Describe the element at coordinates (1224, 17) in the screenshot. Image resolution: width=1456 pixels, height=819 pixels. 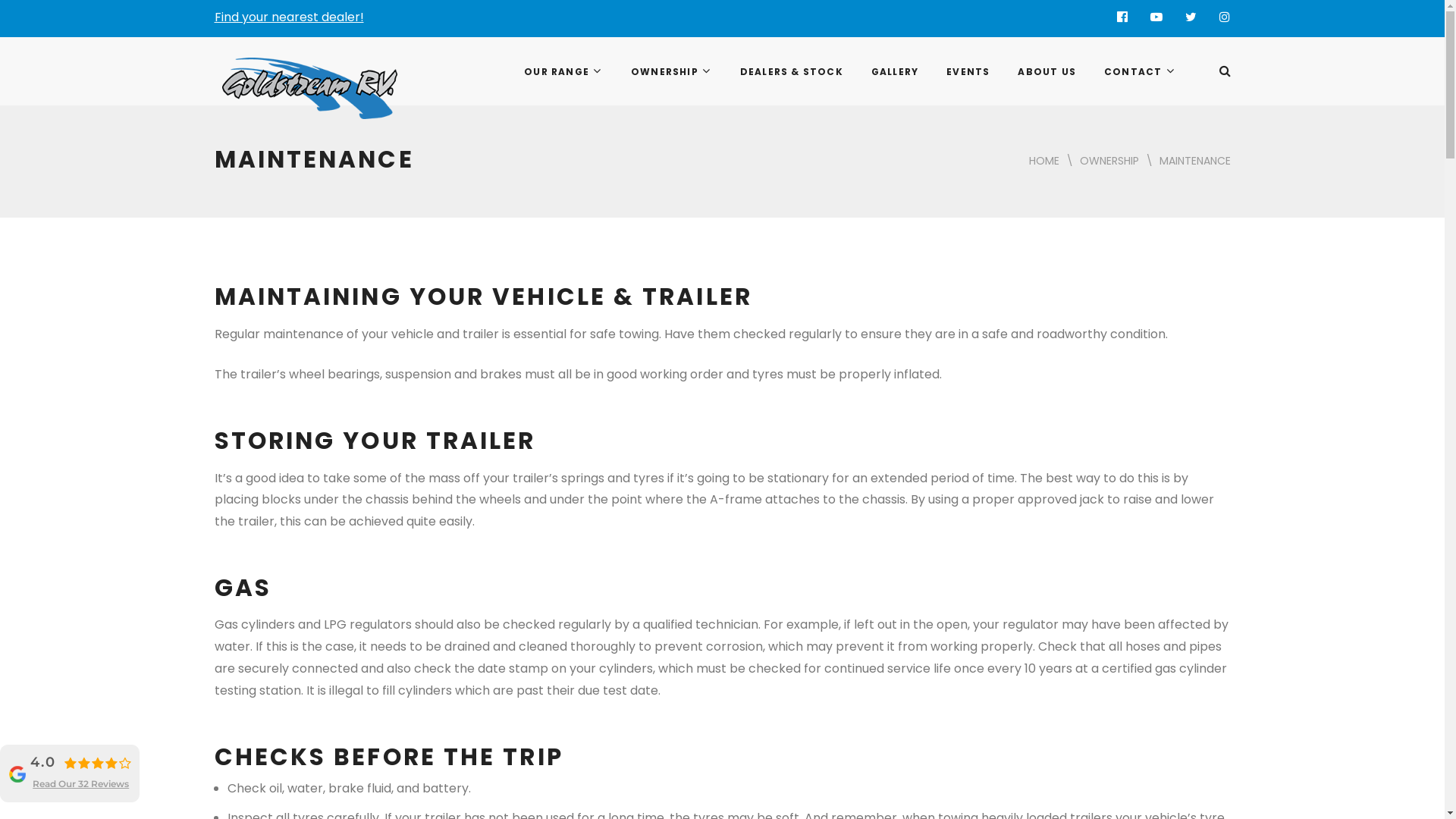
I see `'Instagram'` at that location.